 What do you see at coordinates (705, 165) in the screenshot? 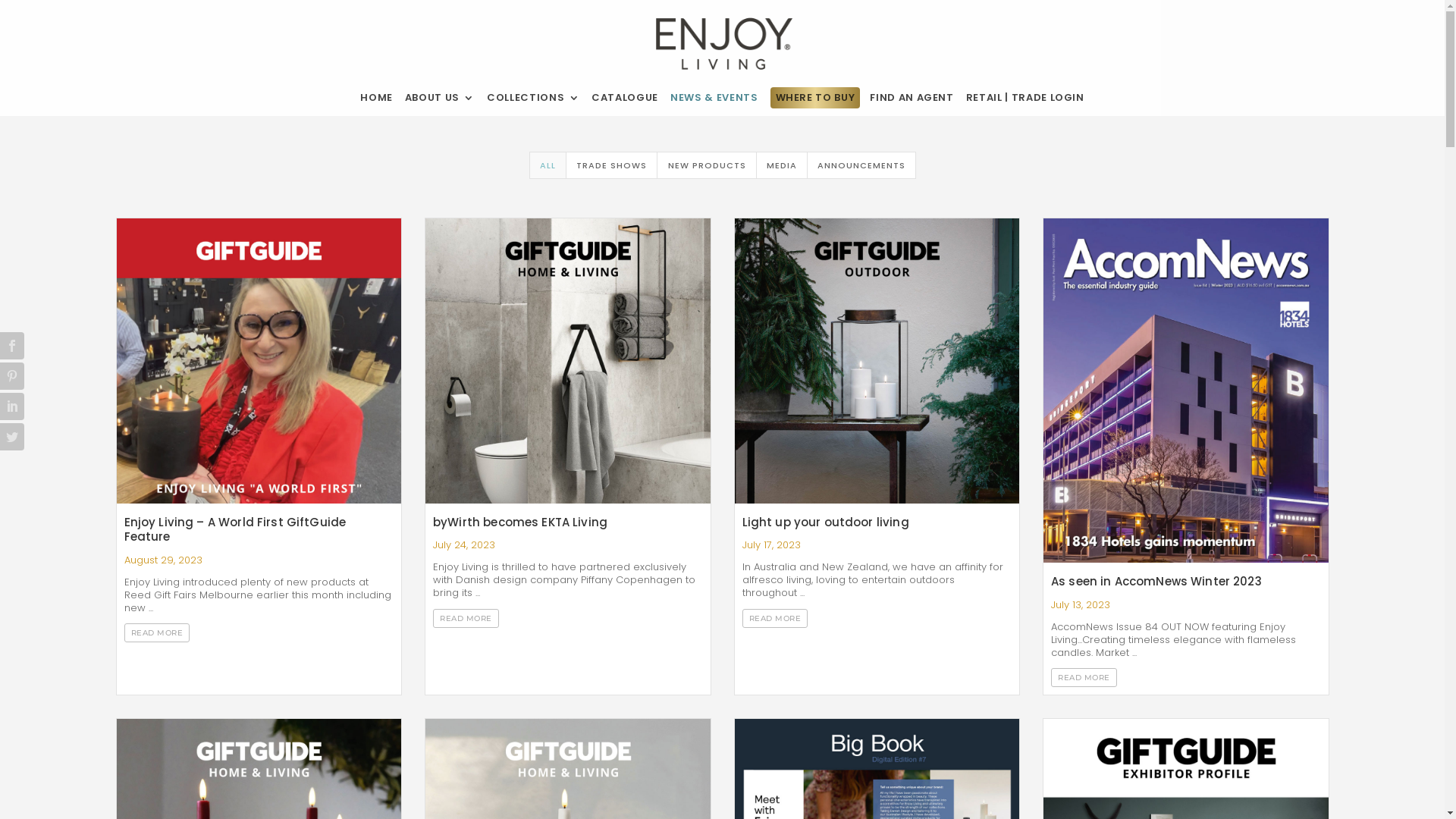
I see `'NEW PRODUCTS'` at bounding box center [705, 165].